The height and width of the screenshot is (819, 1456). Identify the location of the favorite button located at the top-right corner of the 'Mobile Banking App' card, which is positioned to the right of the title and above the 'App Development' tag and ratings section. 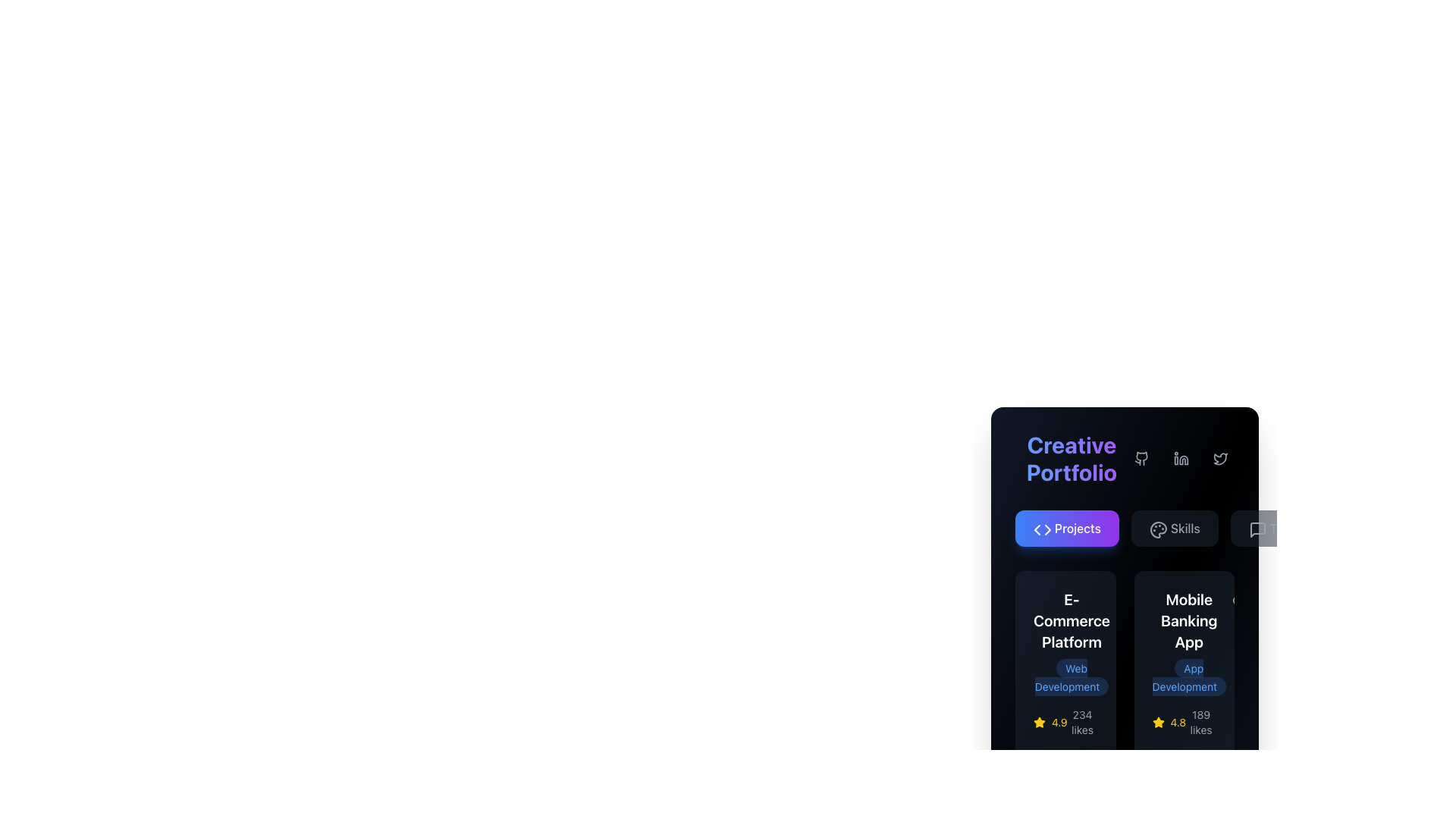
(1240, 601).